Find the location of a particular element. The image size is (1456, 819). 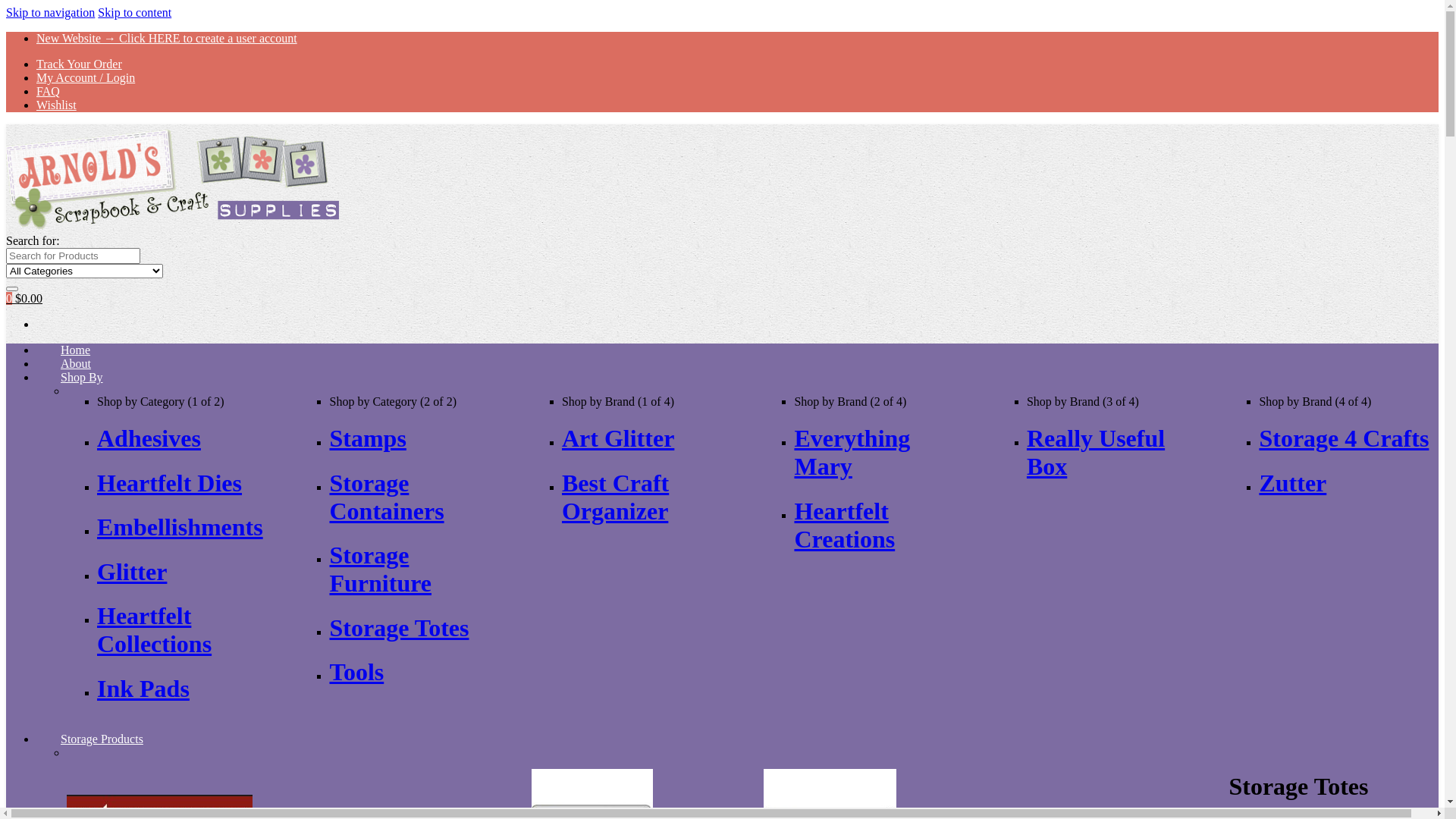

'Embellishments' is located at coordinates (180, 526).